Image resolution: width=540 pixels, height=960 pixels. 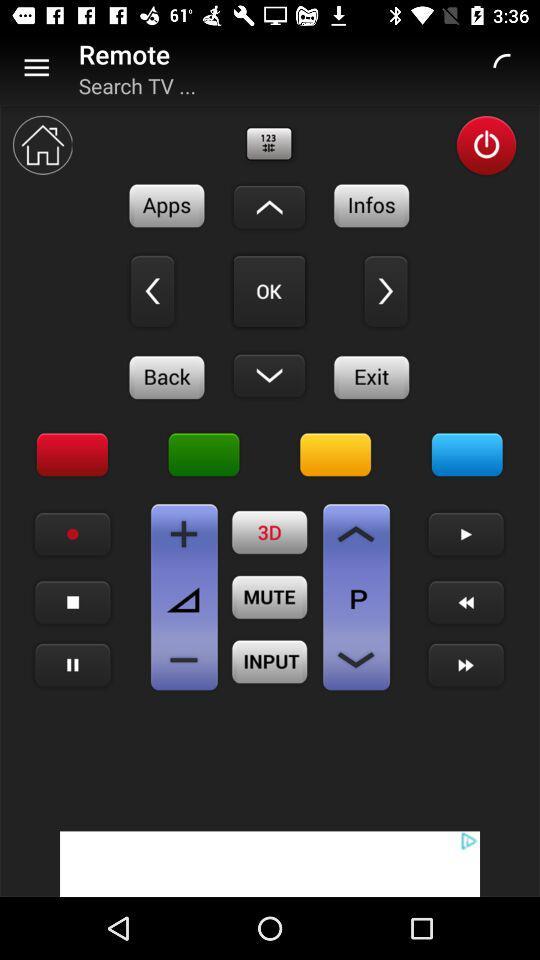 I want to click on colour change button, so click(x=467, y=455).